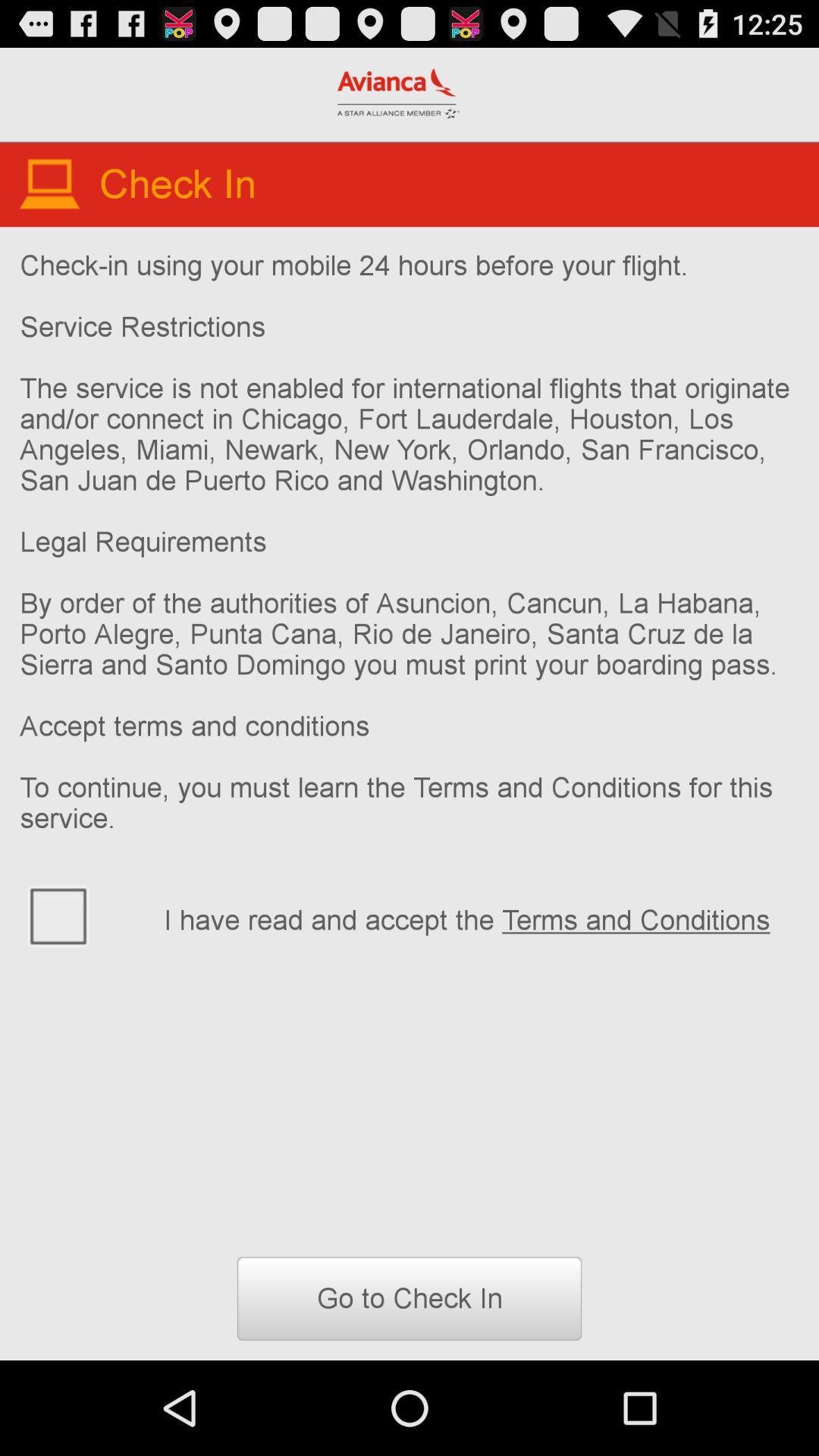 The width and height of the screenshot is (819, 1456). Describe the element at coordinates (481, 917) in the screenshot. I see `i have read` at that location.